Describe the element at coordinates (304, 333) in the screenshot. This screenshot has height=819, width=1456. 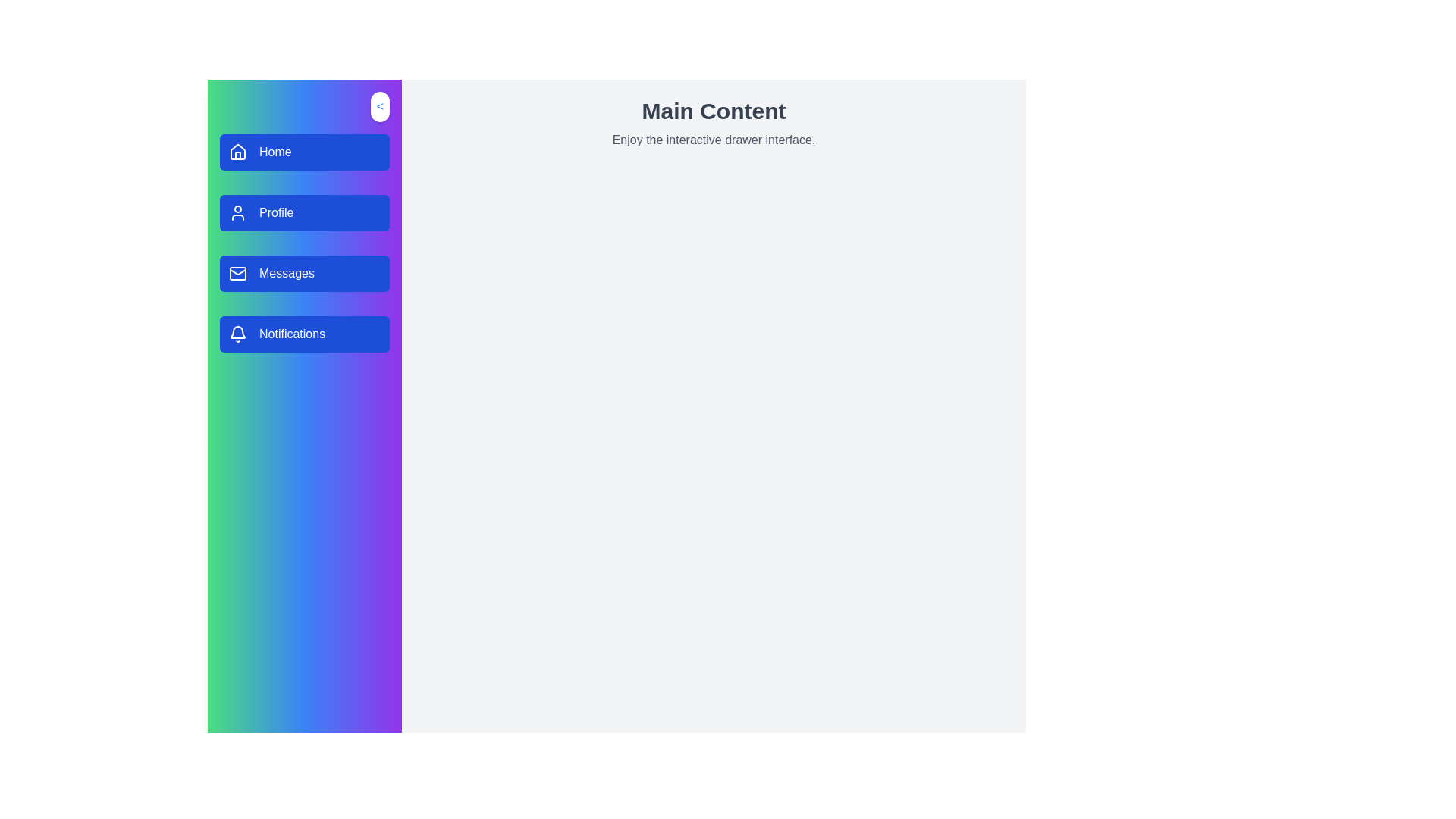
I see `the 'Notifications' button in the vertical navigation menu, which is the fourth item below the 'Messages' button` at that location.